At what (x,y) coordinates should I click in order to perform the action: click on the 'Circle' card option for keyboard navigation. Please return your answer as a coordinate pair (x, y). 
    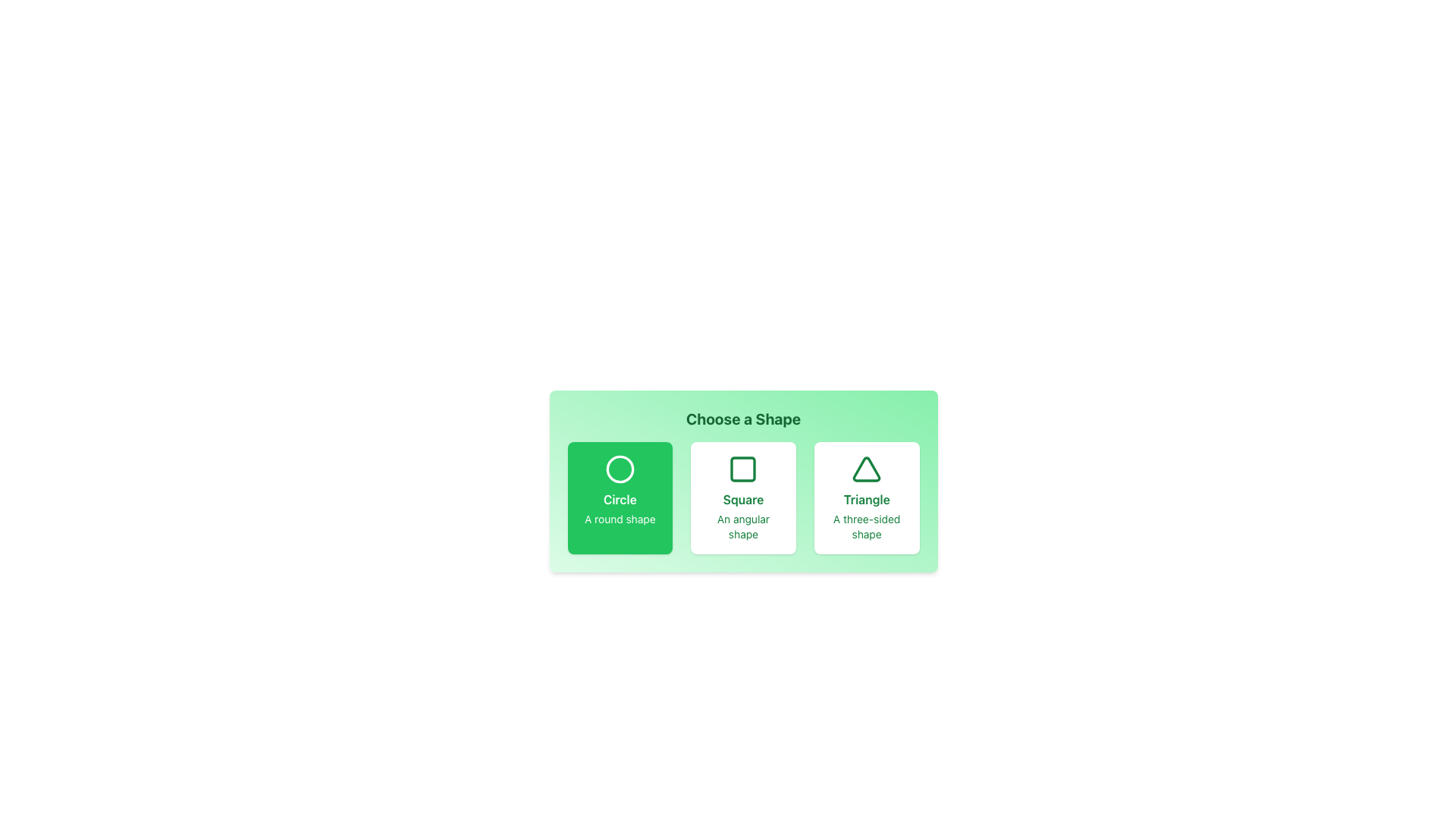
    Looking at the image, I should click on (620, 497).